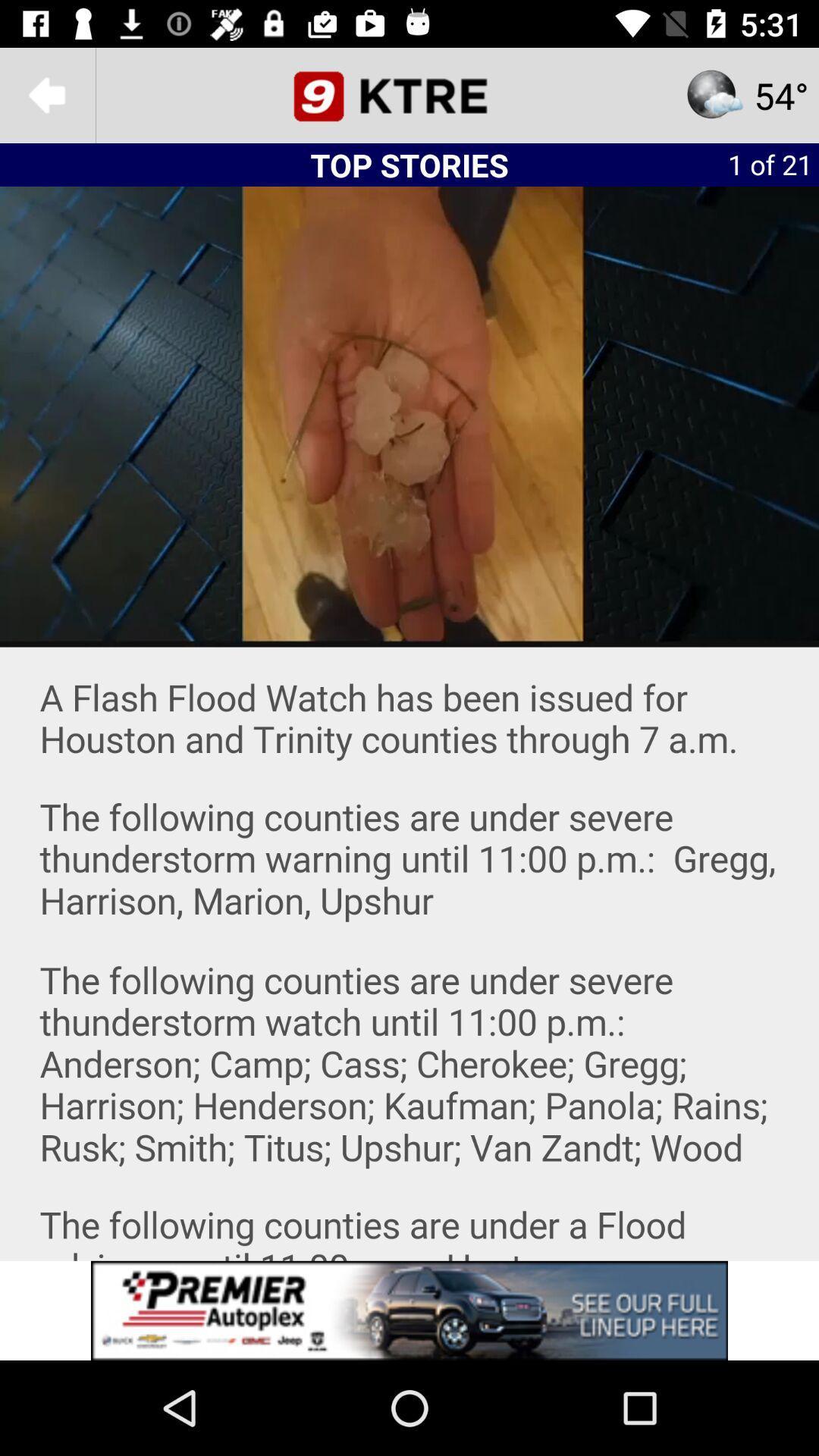 The height and width of the screenshot is (1456, 819). Describe the element at coordinates (409, 1310) in the screenshot. I see `advertisement` at that location.